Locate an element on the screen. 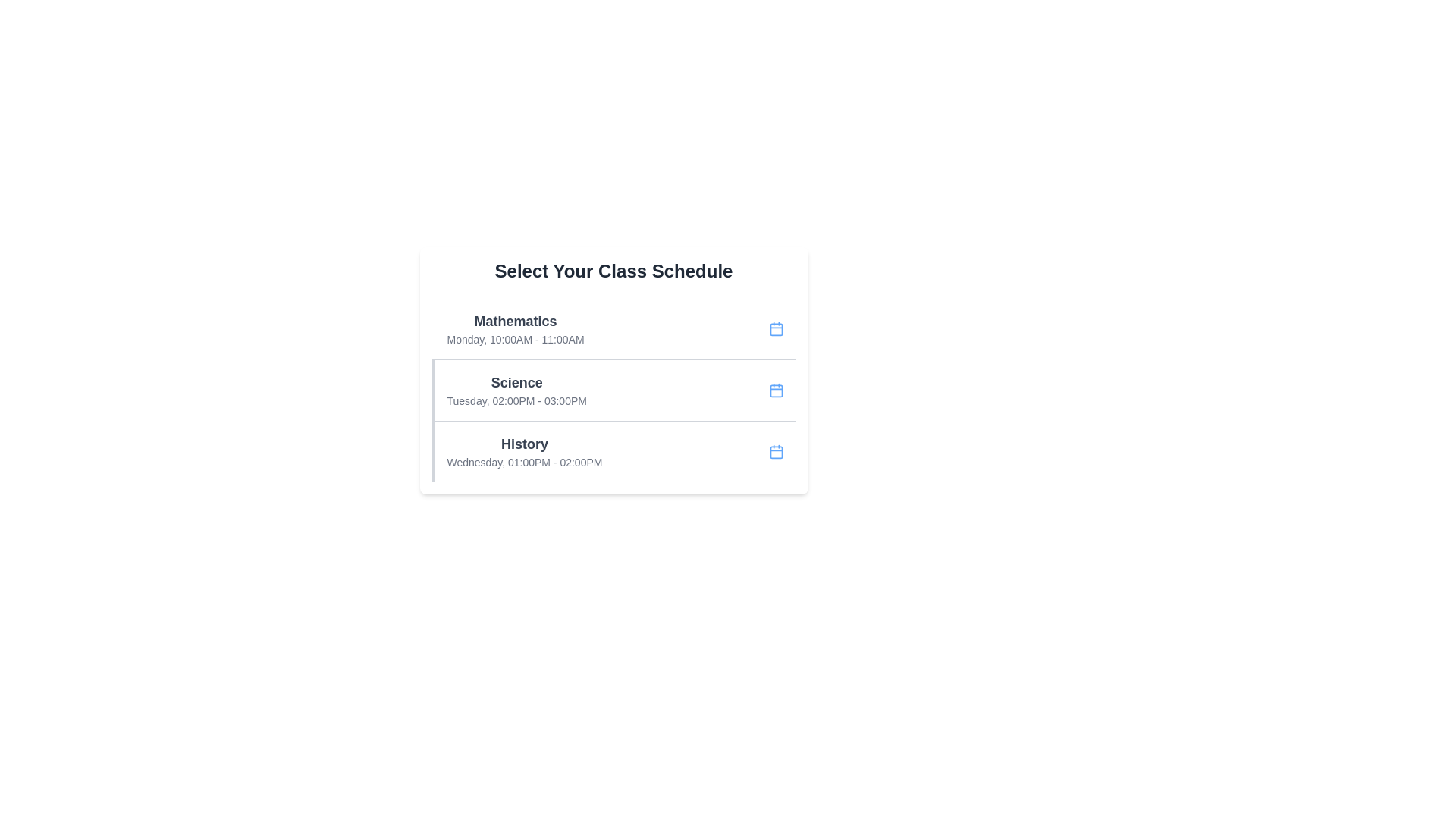  the text block containing the words 'Science' and 'Tuesday, 02:00PM - 03:00PM' is located at coordinates (516, 390).